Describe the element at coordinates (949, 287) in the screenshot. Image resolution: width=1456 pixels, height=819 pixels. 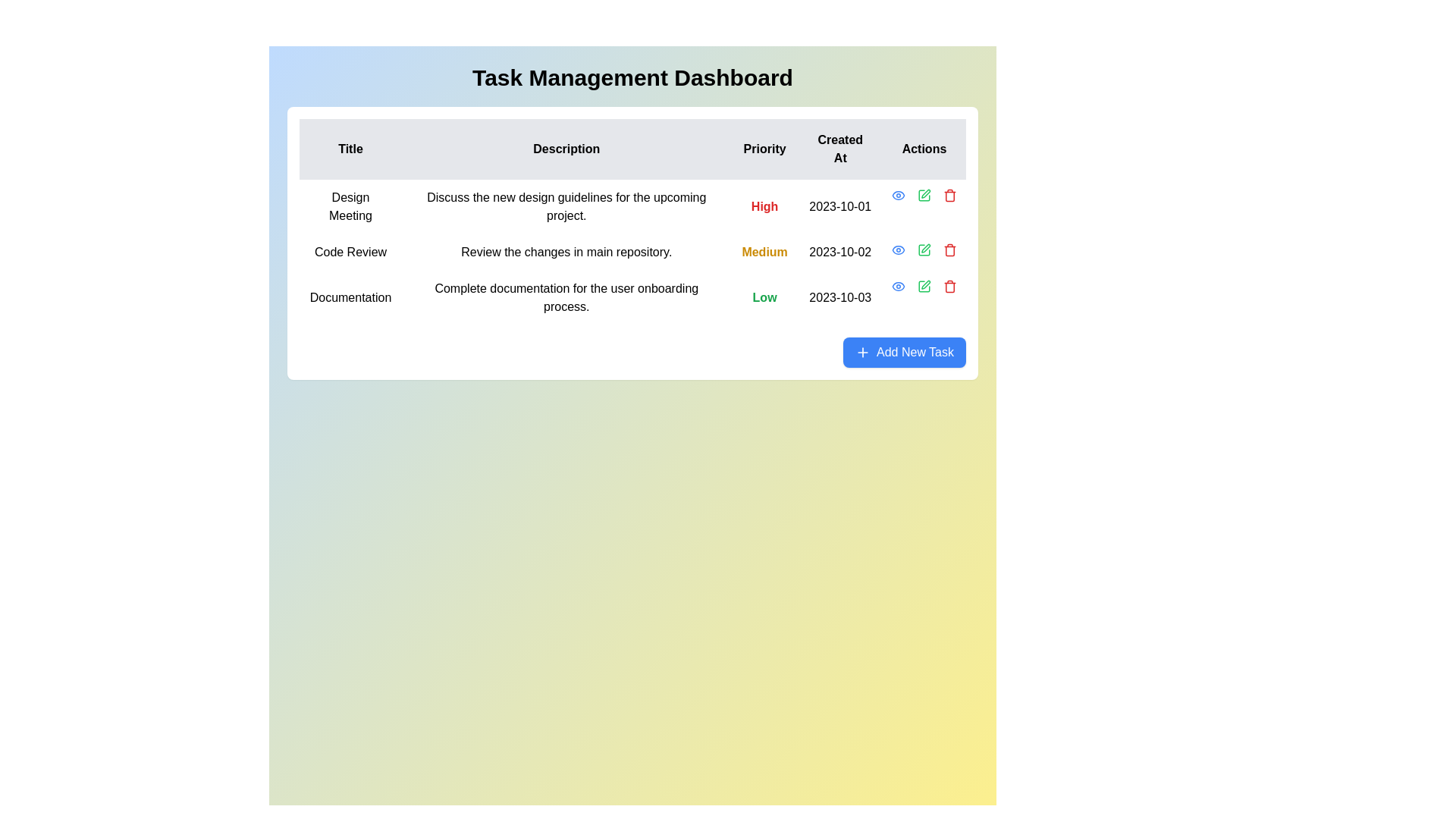
I see `the body of the trash bin icon, which is the third icon in the 'Actions' column of the task entry interface` at that location.